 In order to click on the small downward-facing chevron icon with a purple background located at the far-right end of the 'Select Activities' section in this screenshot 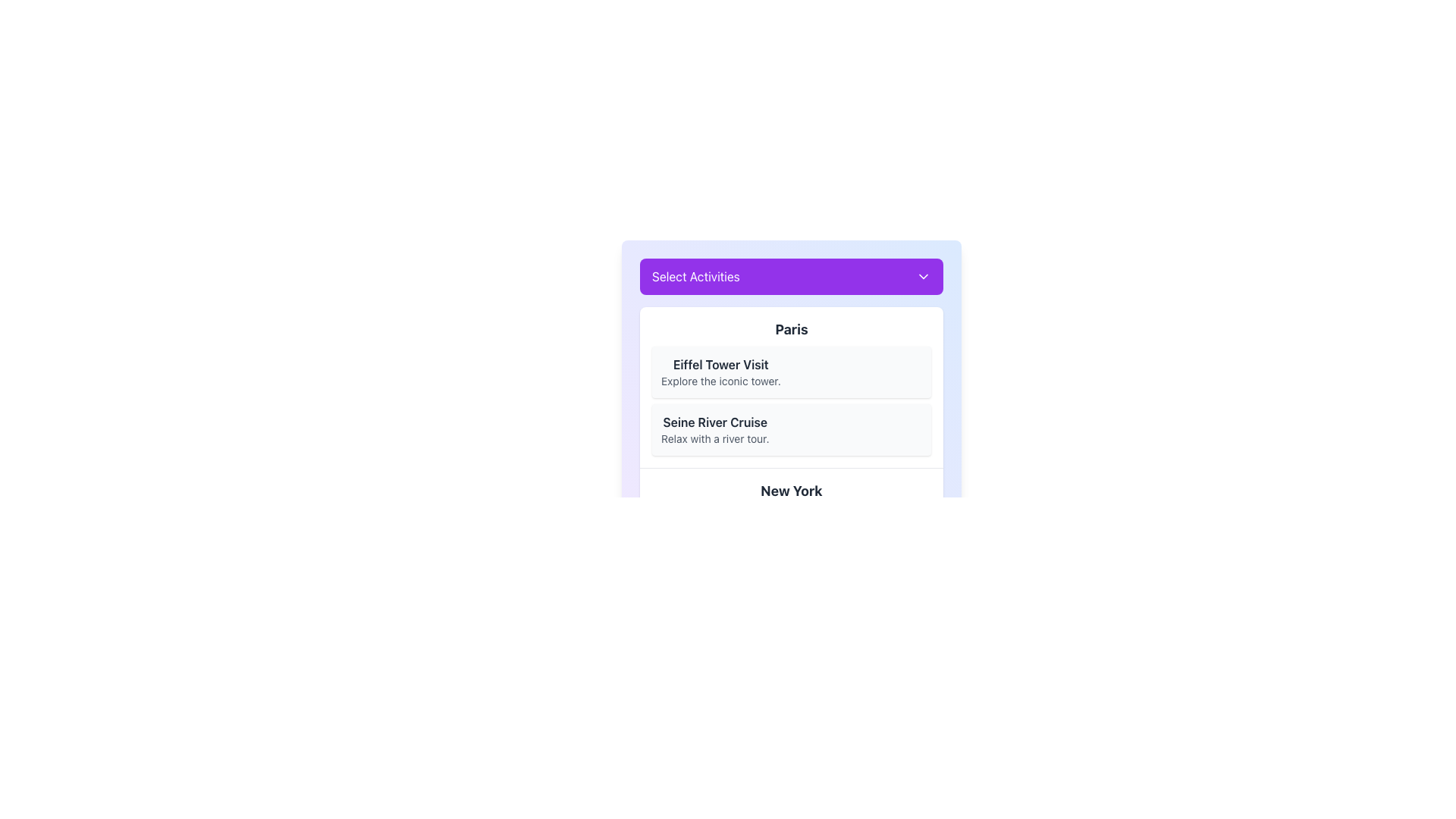, I will do `click(923, 277)`.